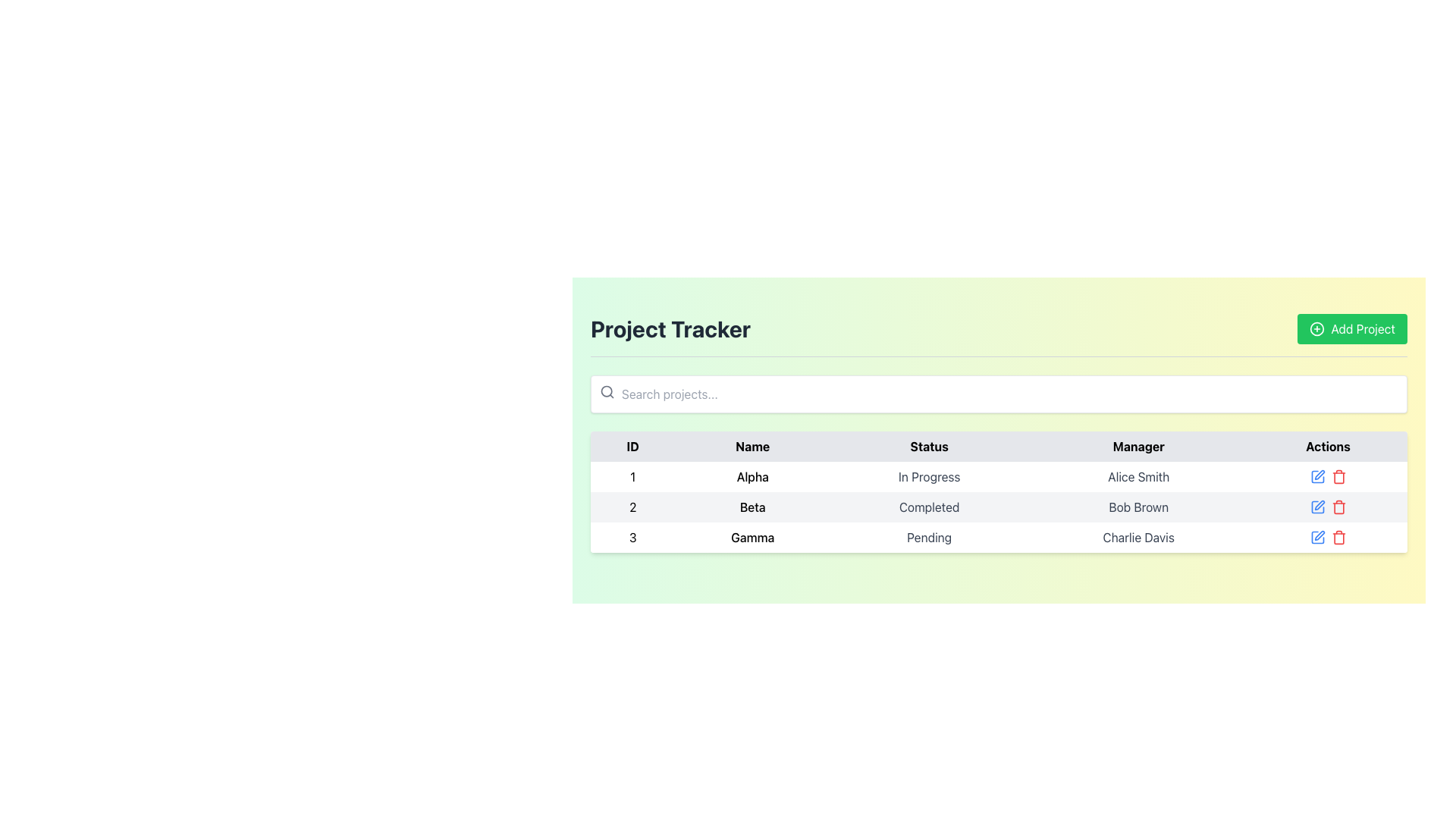  Describe the element at coordinates (1138, 475) in the screenshot. I see `the Text Display element that shows the manager's name in the first row of the data table, located between the 'Status' and 'Actions' columns` at that location.